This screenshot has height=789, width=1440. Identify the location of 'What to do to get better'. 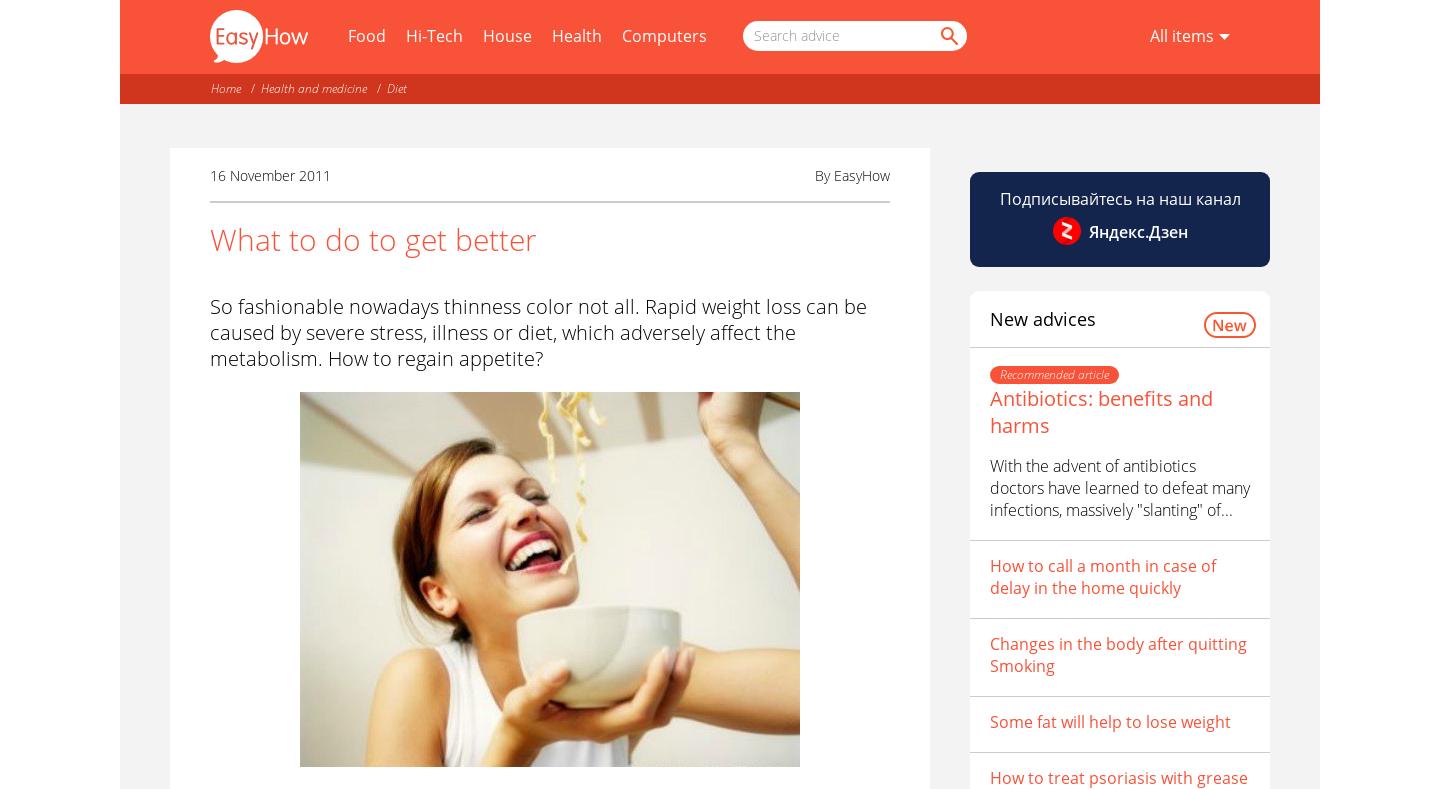
(371, 239).